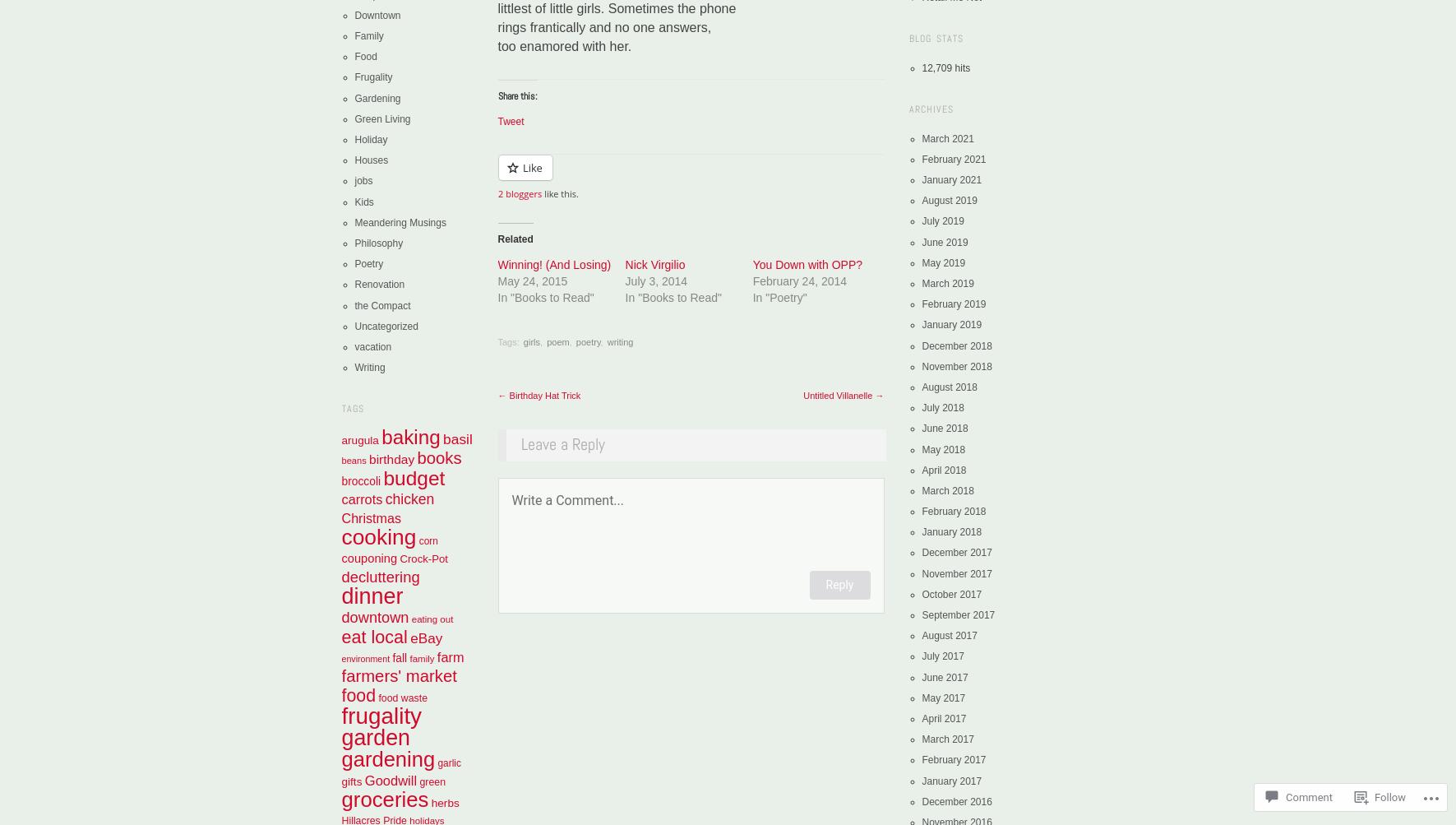 The width and height of the screenshot is (1456, 825). I want to click on 'January 2021', so click(951, 179).